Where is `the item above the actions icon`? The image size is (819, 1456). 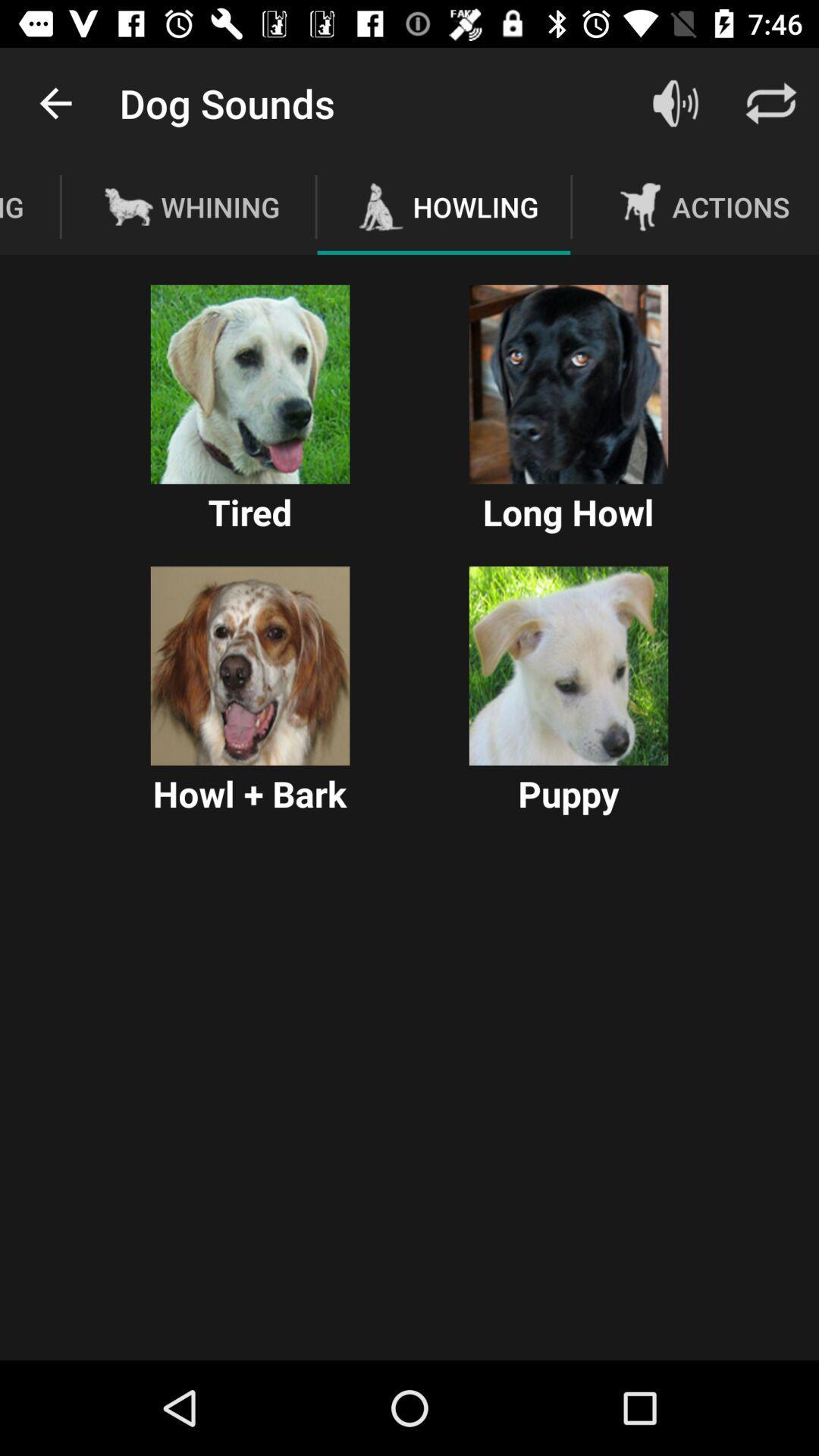 the item above the actions icon is located at coordinates (675, 102).